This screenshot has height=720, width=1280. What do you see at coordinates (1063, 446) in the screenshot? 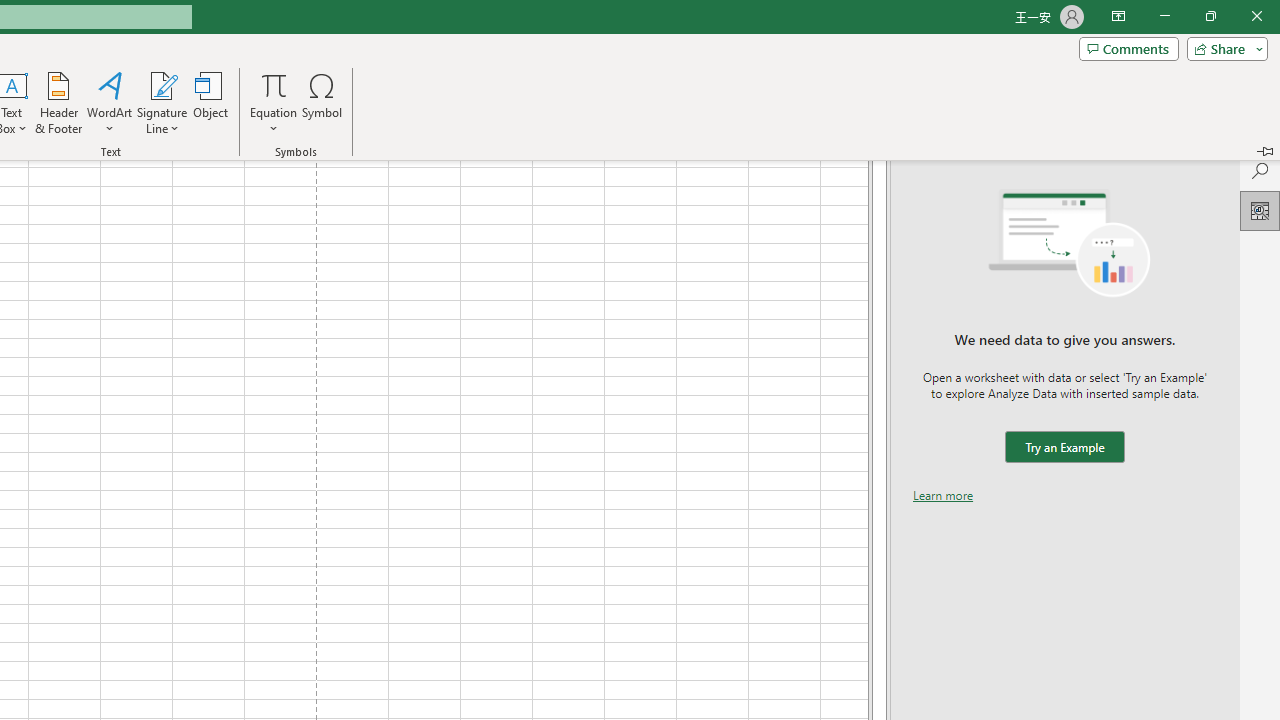
I see `'We need data to give you answers. Try an Example'` at bounding box center [1063, 446].